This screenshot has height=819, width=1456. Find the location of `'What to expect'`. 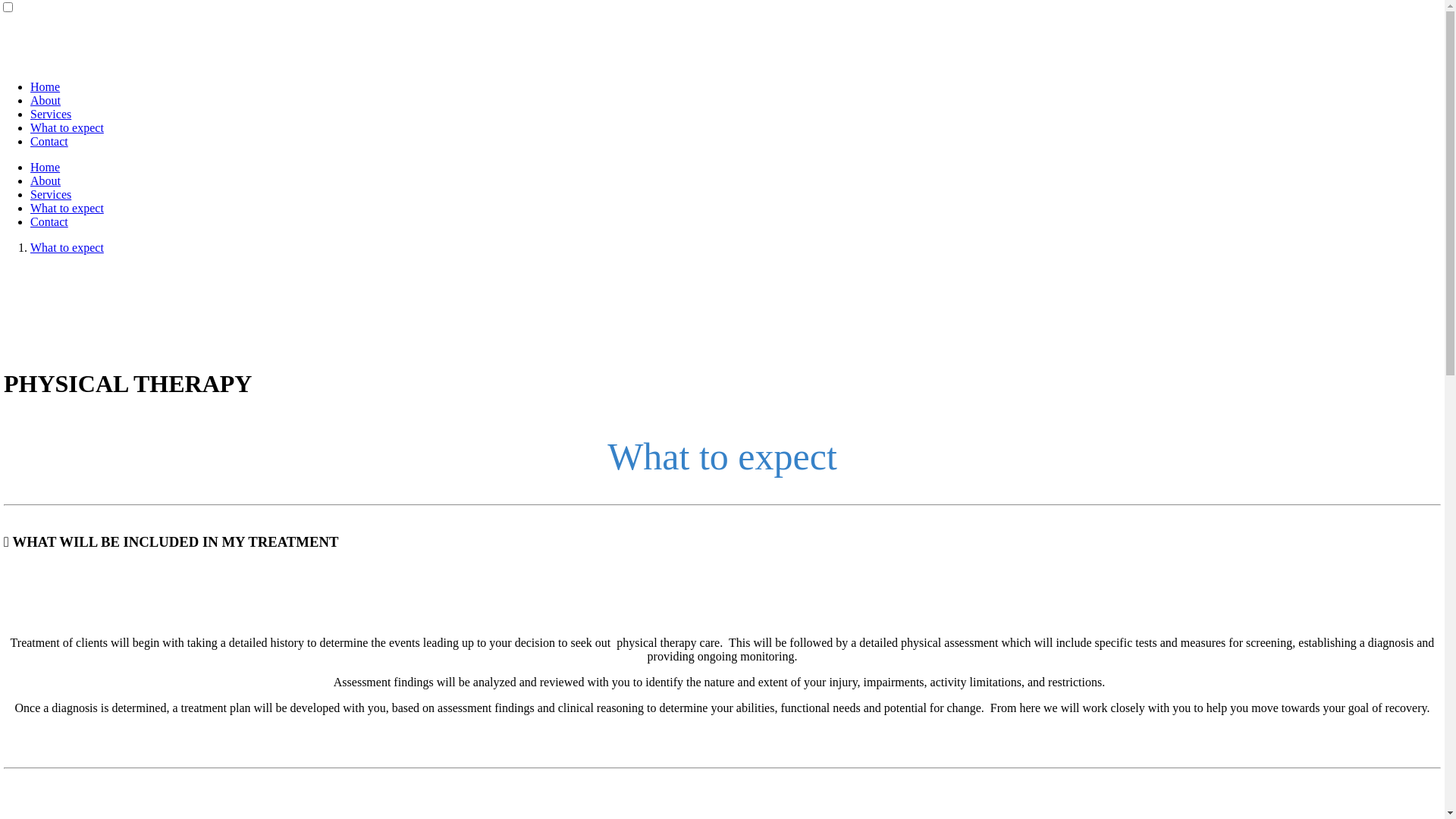

'What to expect' is located at coordinates (66, 208).